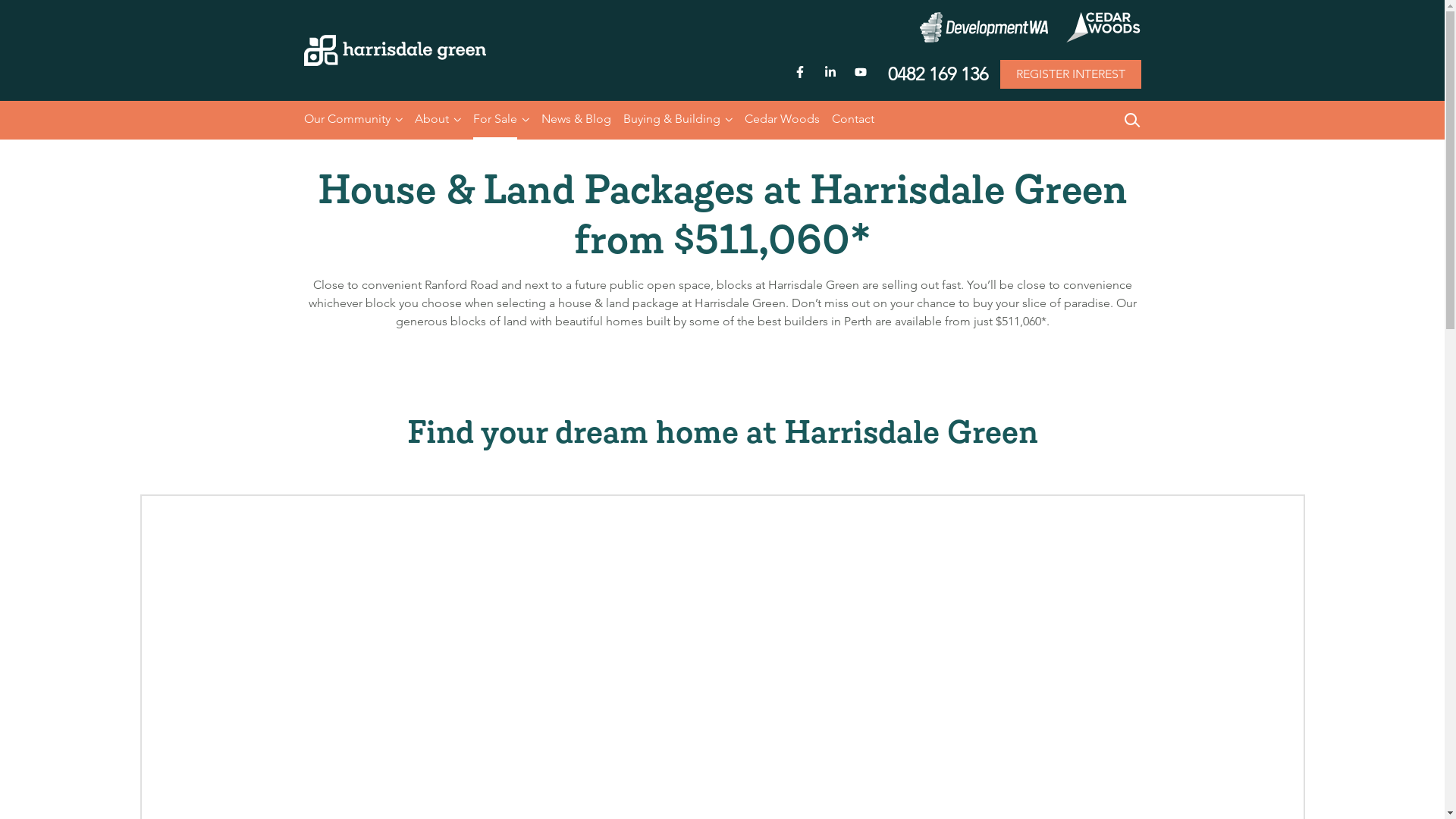 The image size is (1456, 819). What do you see at coordinates (852, 119) in the screenshot?
I see `'Contact'` at bounding box center [852, 119].